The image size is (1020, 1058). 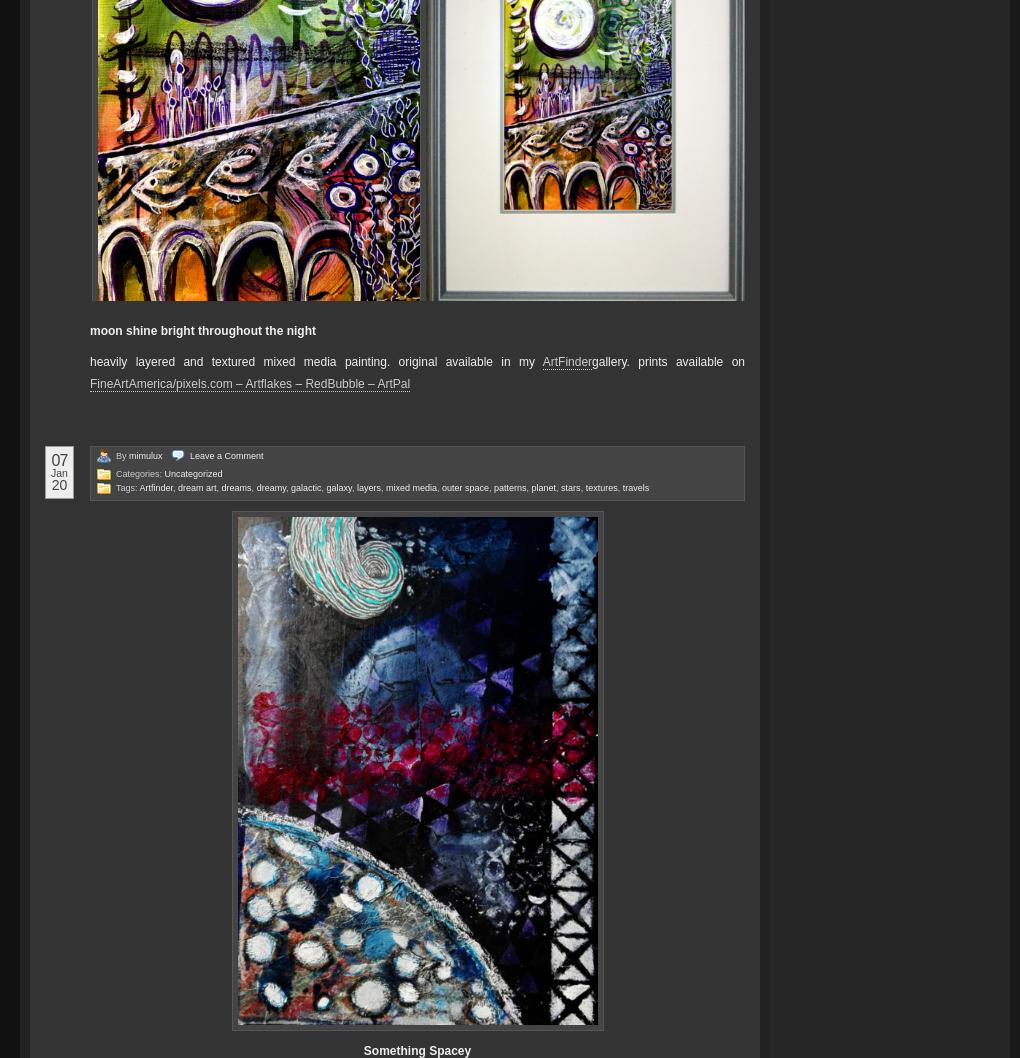 I want to click on 'planet', so click(x=530, y=485).